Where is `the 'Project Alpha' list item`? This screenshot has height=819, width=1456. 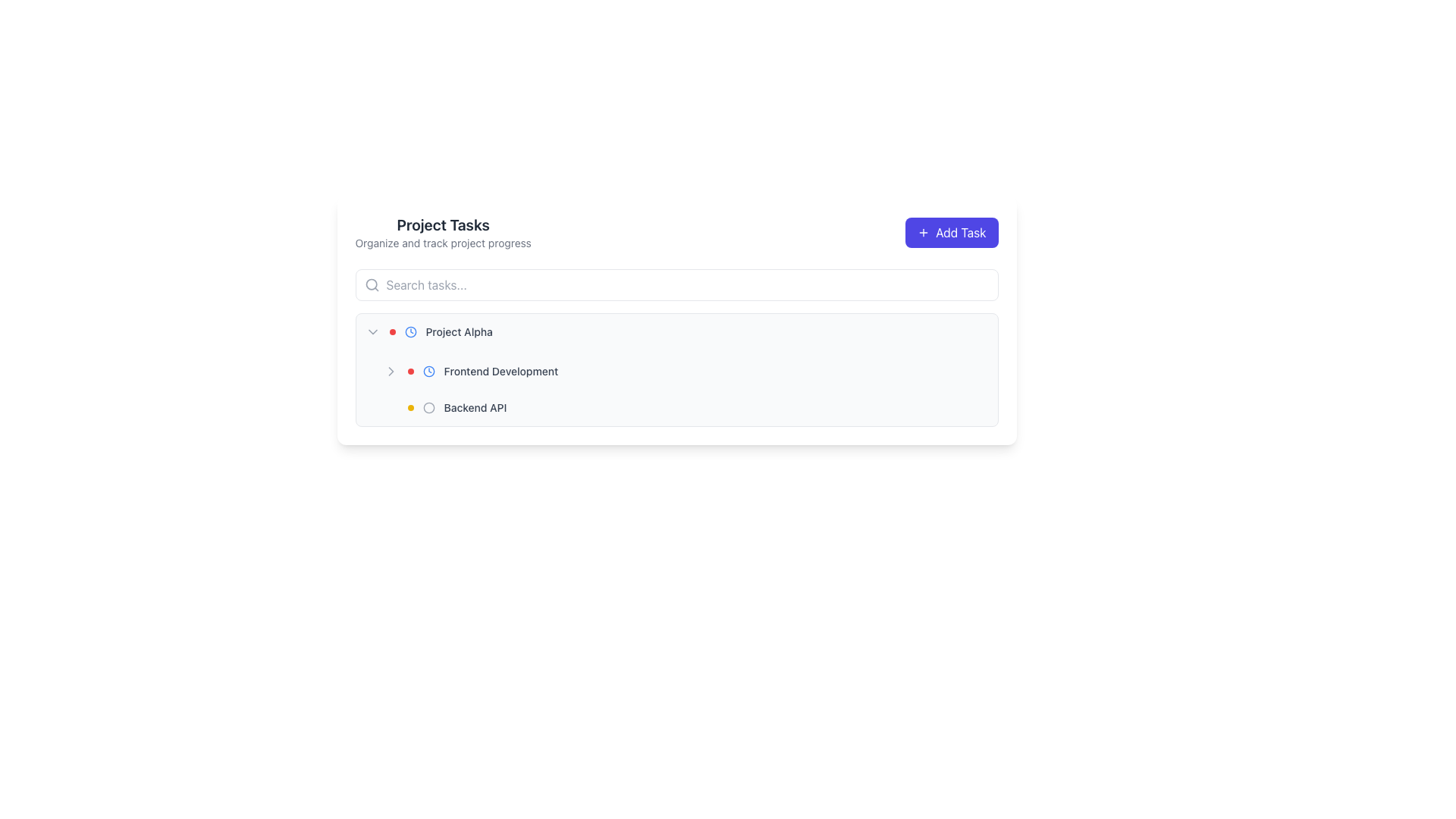 the 'Project Alpha' list item is located at coordinates (667, 331).